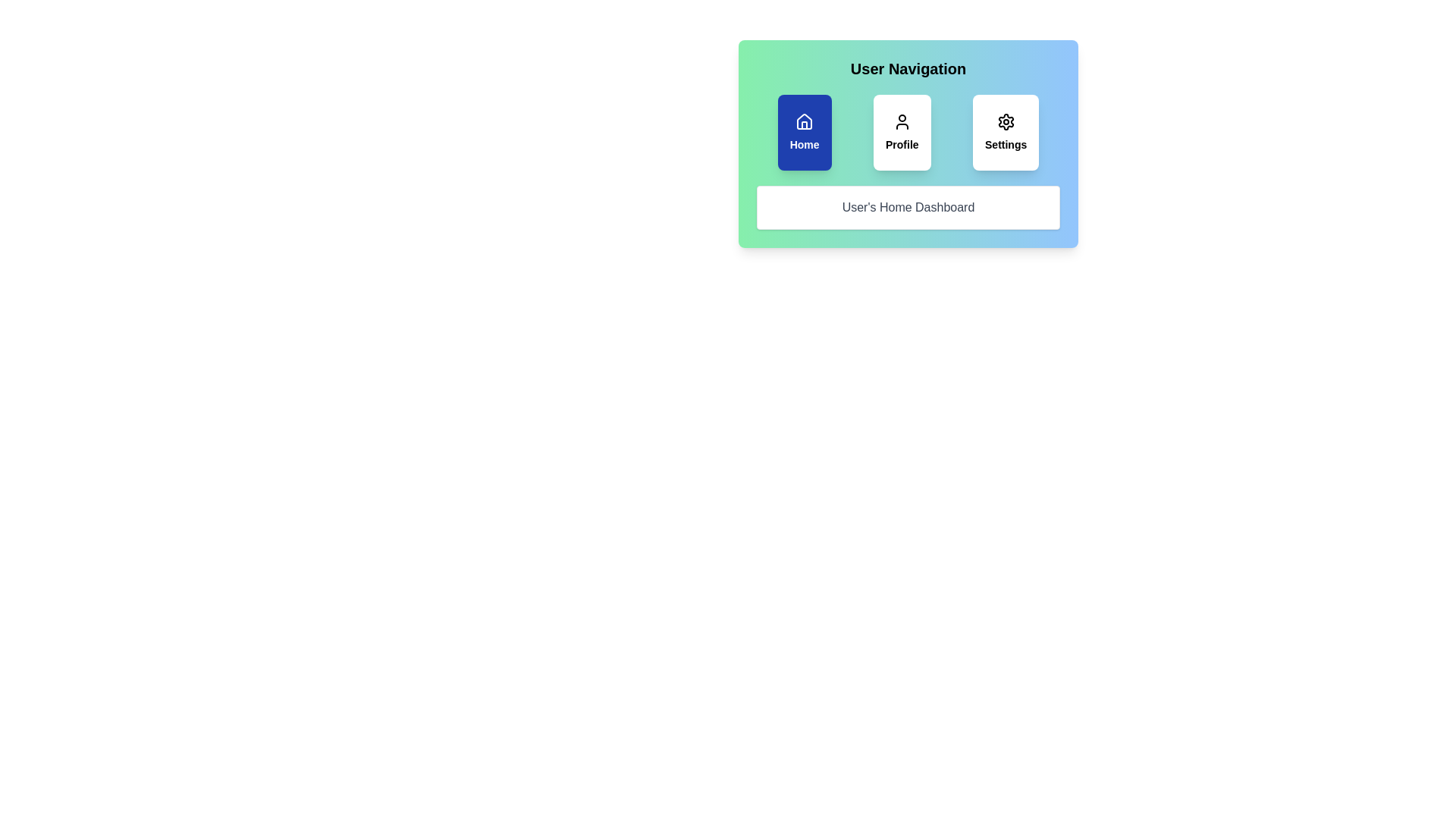 The width and height of the screenshot is (1456, 819). I want to click on the Settings tab by clicking on its respective button, so click(1006, 131).